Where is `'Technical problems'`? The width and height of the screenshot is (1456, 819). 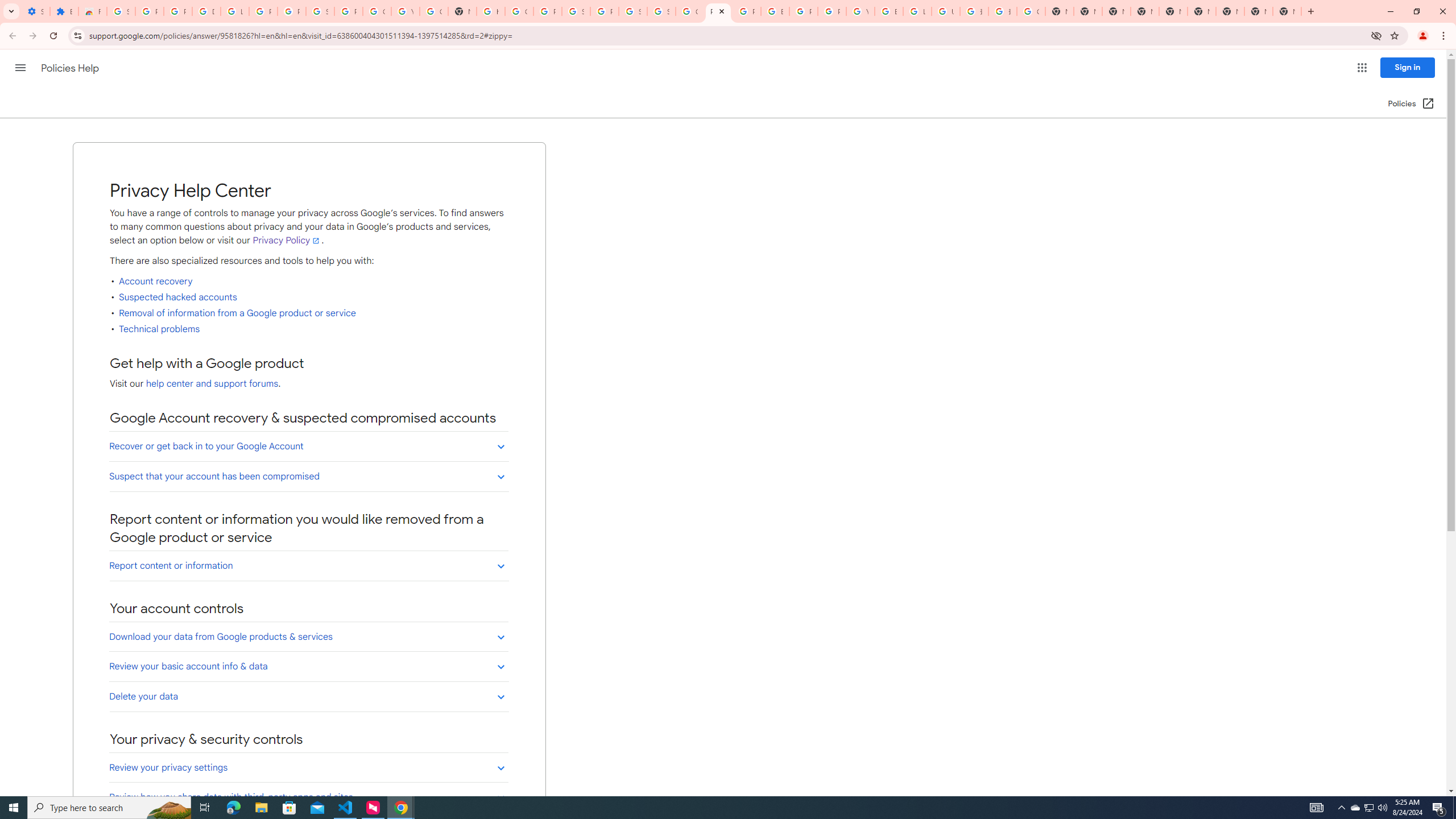 'Technical problems' is located at coordinates (160, 329).